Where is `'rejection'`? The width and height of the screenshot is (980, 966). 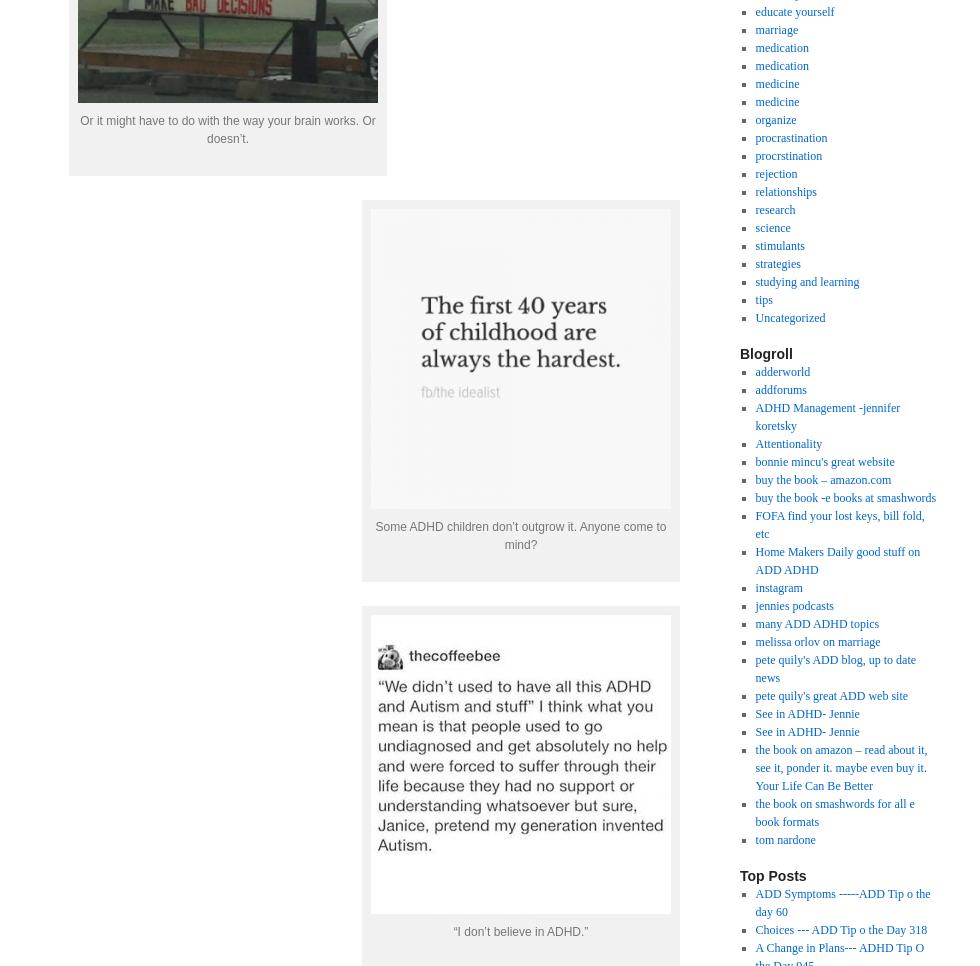 'rejection' is located at coordinates (775, 172).